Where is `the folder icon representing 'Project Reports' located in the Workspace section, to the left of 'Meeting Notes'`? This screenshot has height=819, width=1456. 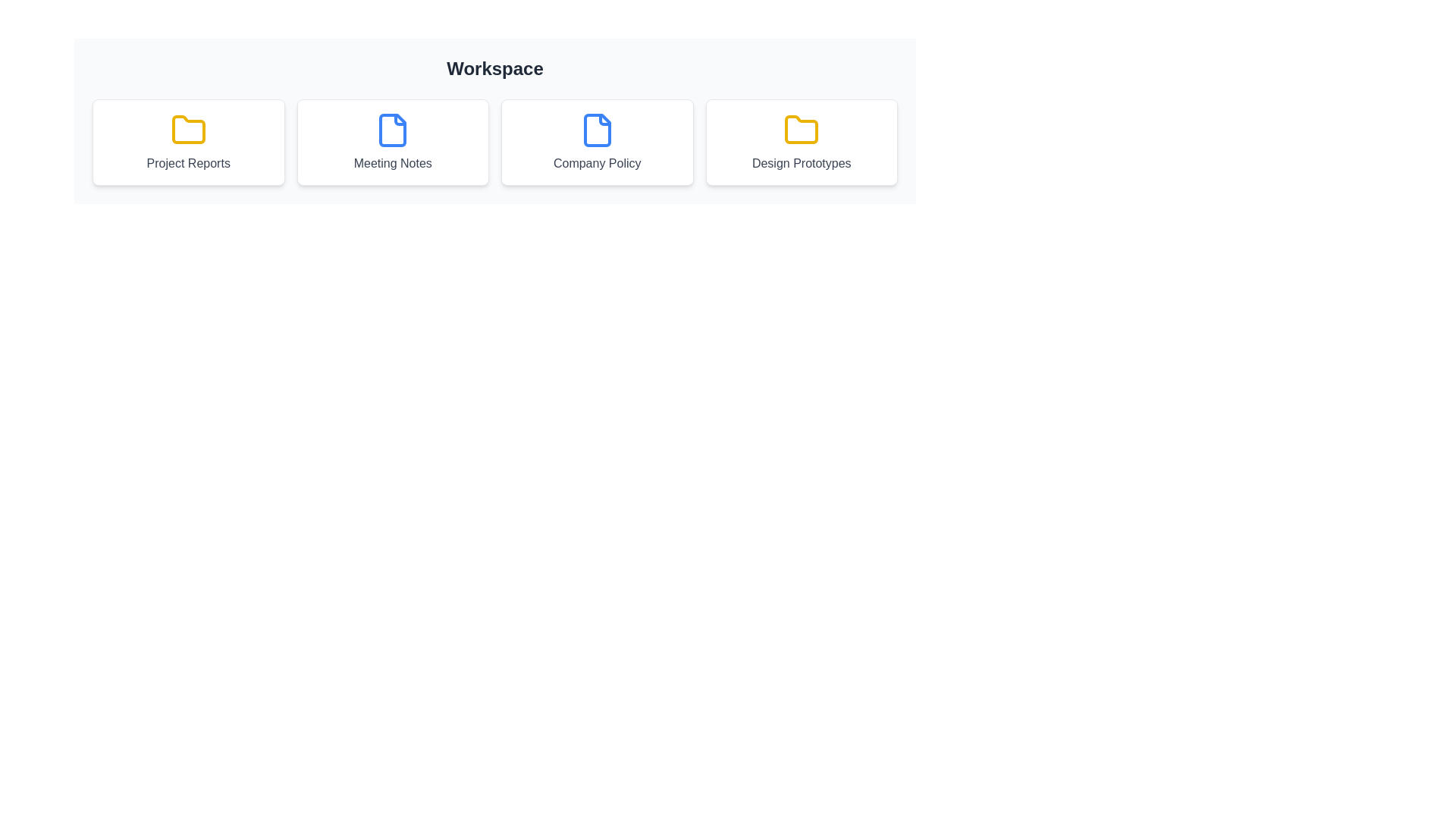 the folder icon representing 'Project Reports' located in the Workspace section, to the left of 'Meeting Notes' is located at coordinates (187, 128).